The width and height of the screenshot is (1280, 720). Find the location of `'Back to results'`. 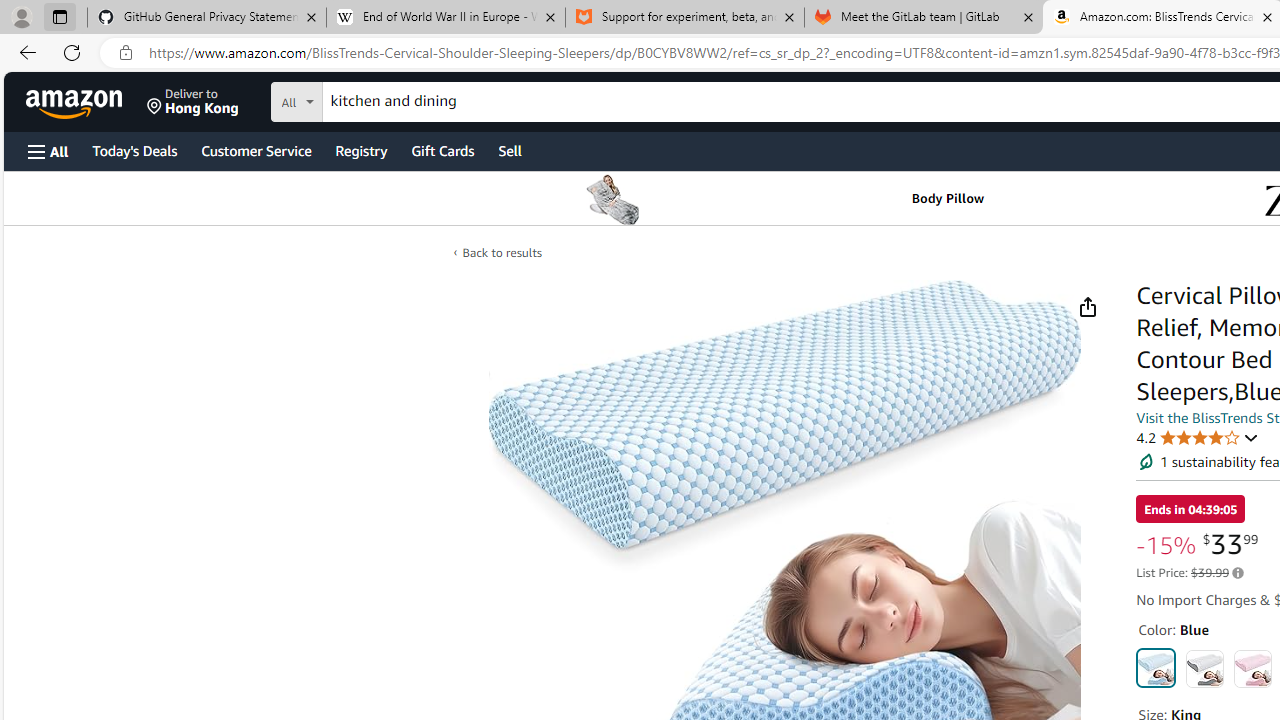

'Back to results' is located at coordinates (501, 251).